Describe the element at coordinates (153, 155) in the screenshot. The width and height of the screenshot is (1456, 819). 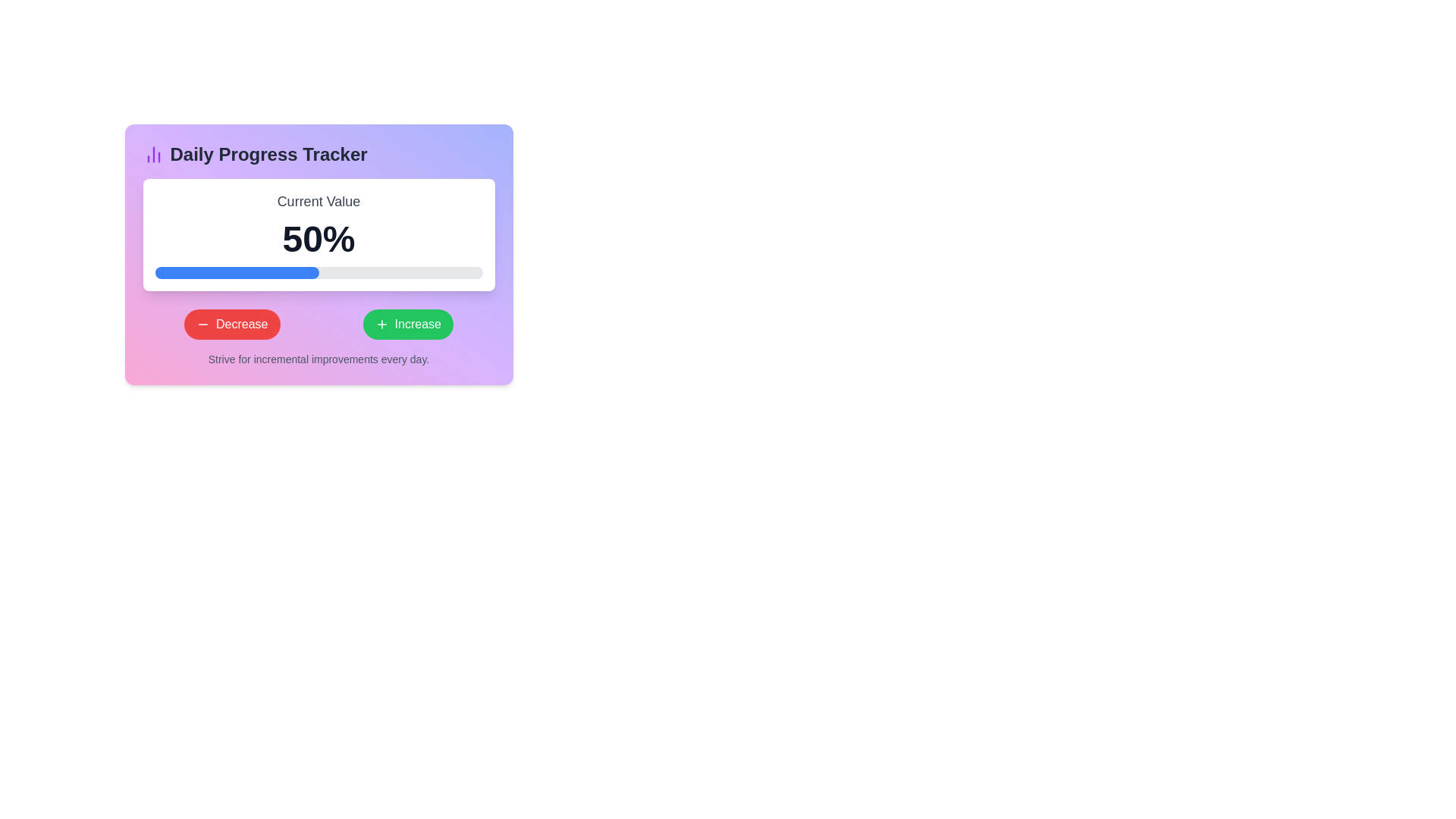
I see `the Icon that visually represents the 'Daily Progress Tracker', located in the top-left area of the header section` at that location.